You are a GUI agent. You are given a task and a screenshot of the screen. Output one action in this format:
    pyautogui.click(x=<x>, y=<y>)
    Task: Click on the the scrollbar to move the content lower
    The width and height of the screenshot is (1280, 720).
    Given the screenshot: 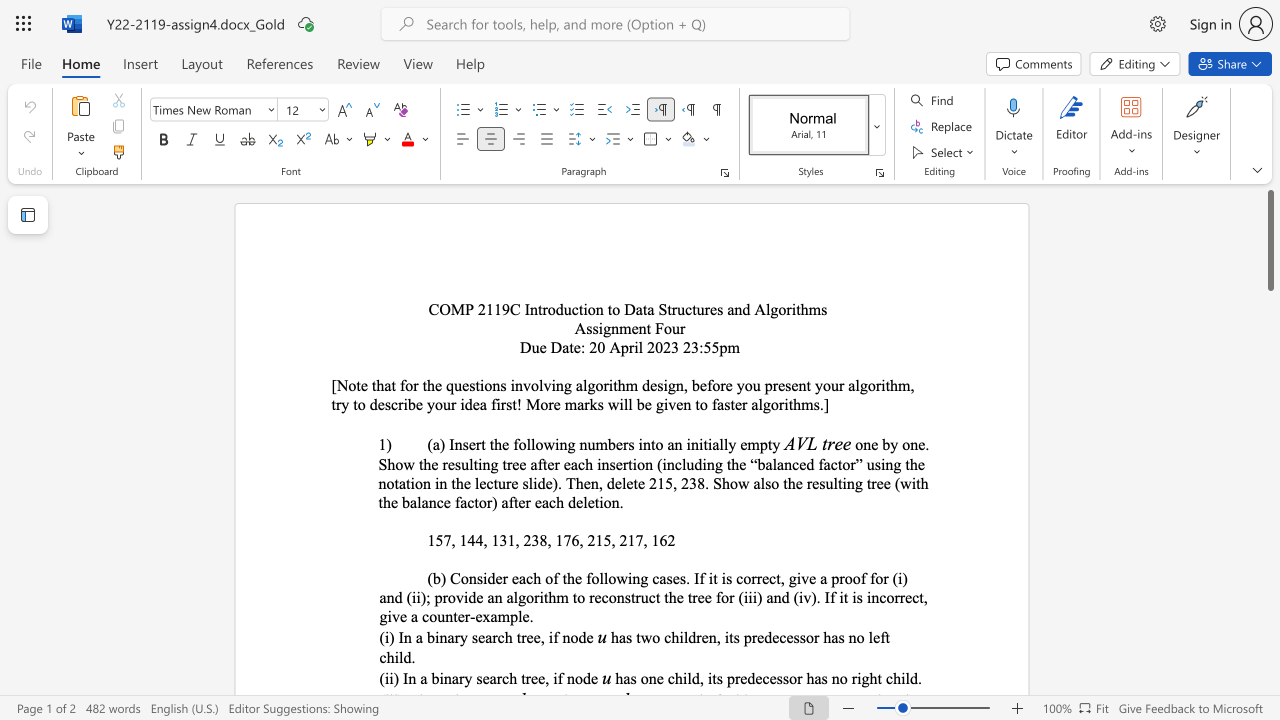 What is the action you would take?
    pyautogui.click(x=1269, y=380)
    